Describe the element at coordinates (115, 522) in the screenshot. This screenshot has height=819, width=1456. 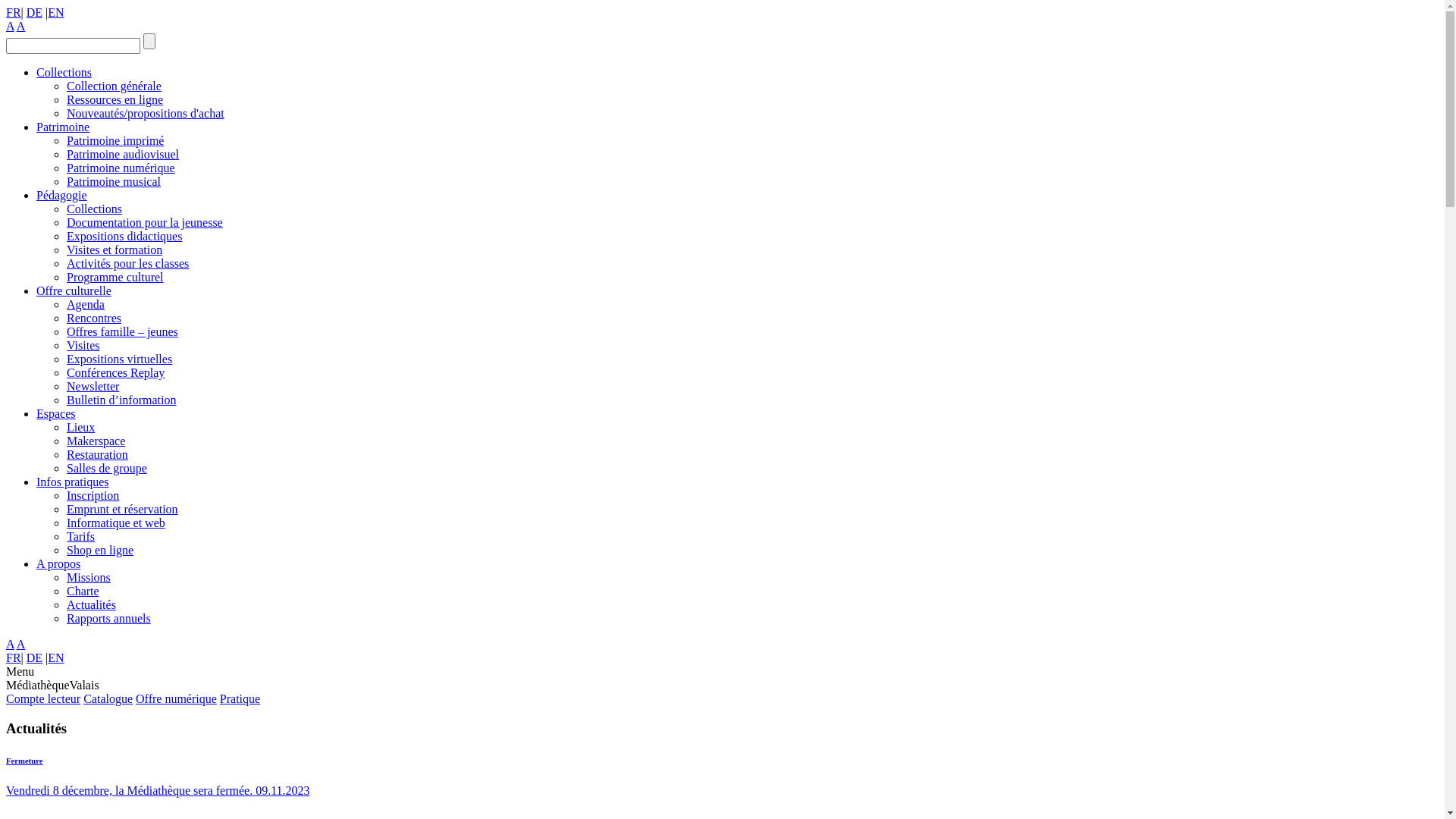
I see `'Informatique et web'` at that location.